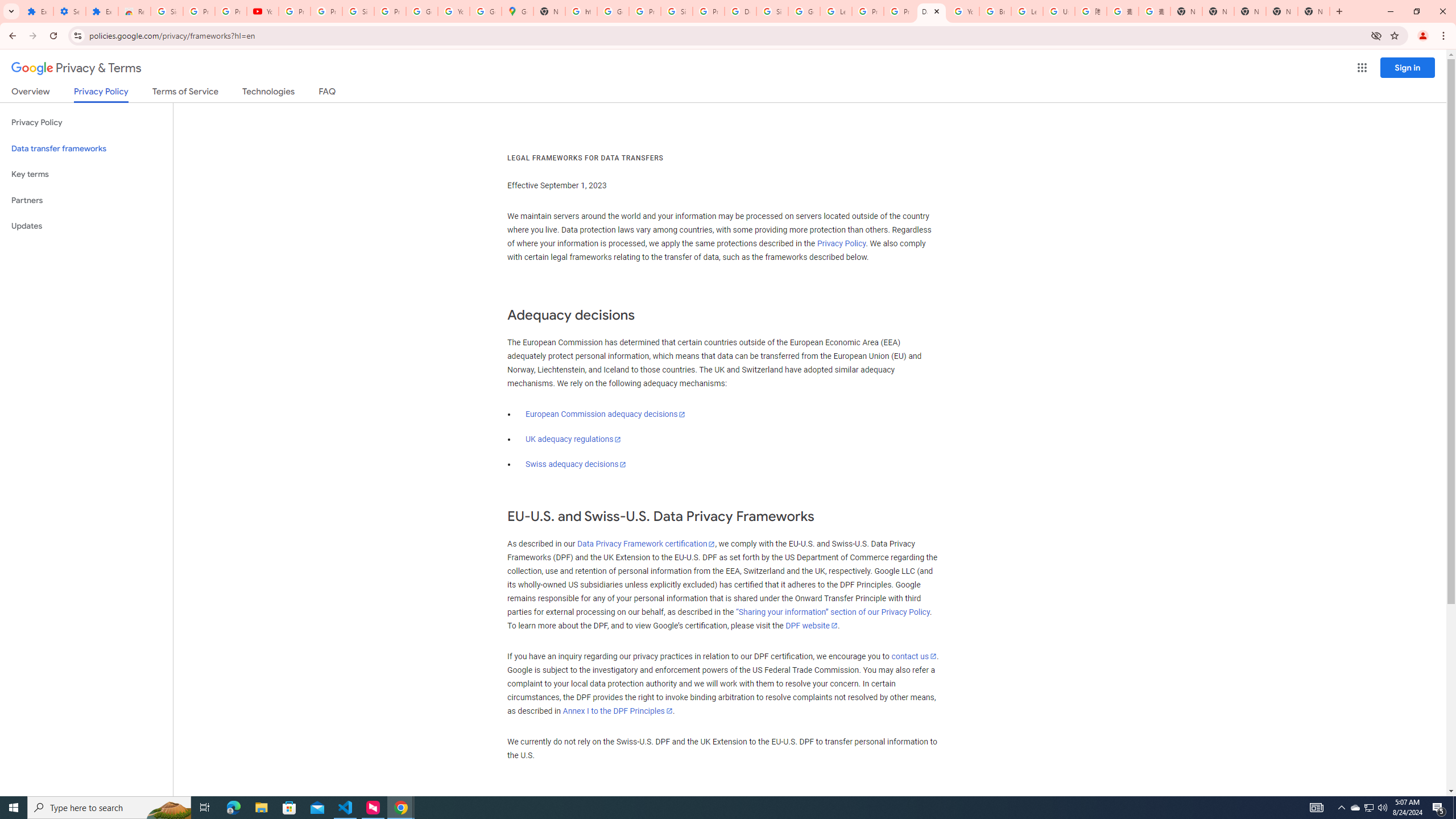  Describe the element at coordinates (37, 11) in the screenshot. I see `'Extensions'` at that location.